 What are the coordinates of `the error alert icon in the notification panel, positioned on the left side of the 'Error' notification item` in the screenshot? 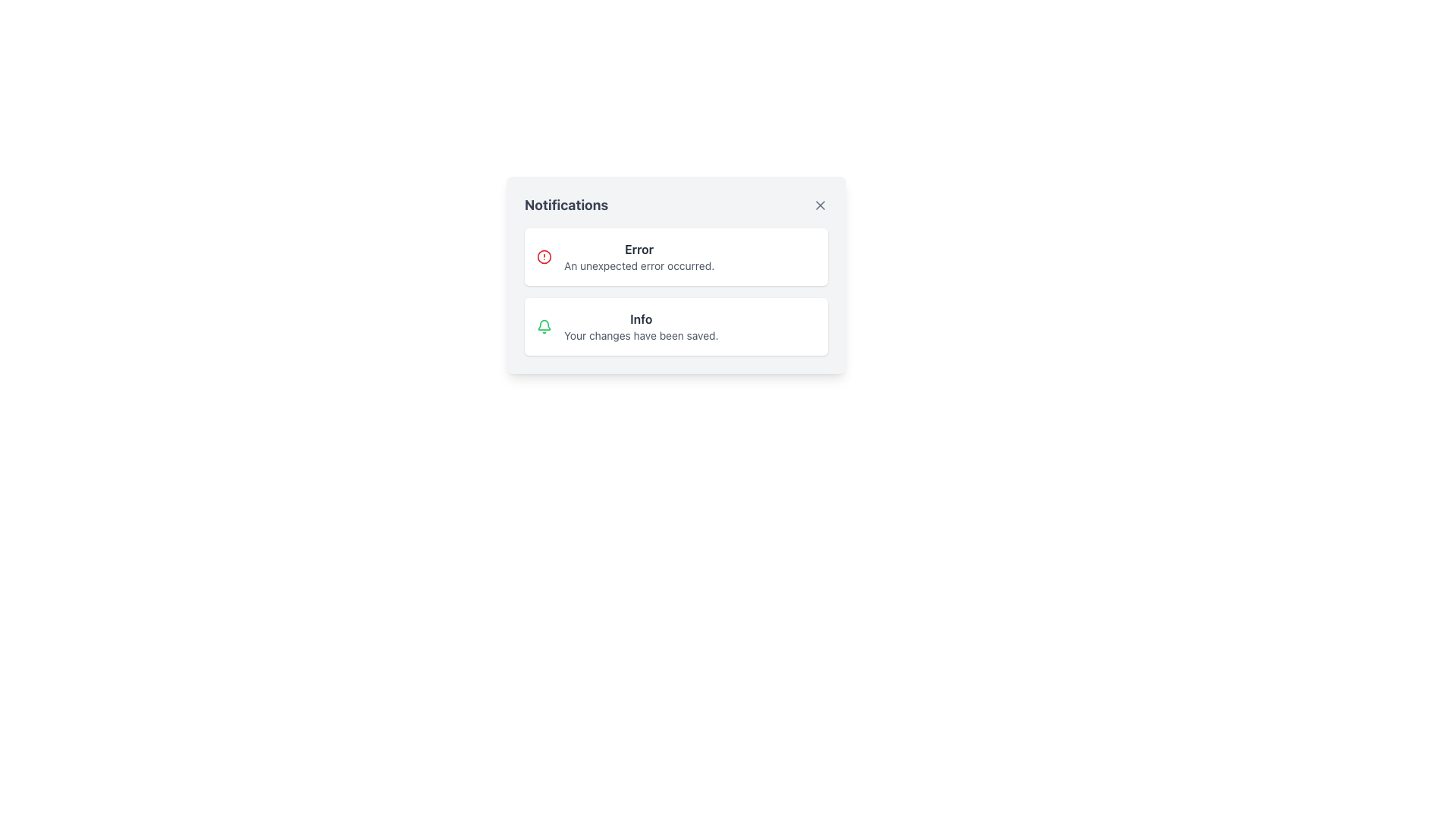 It's located at (544, 256).